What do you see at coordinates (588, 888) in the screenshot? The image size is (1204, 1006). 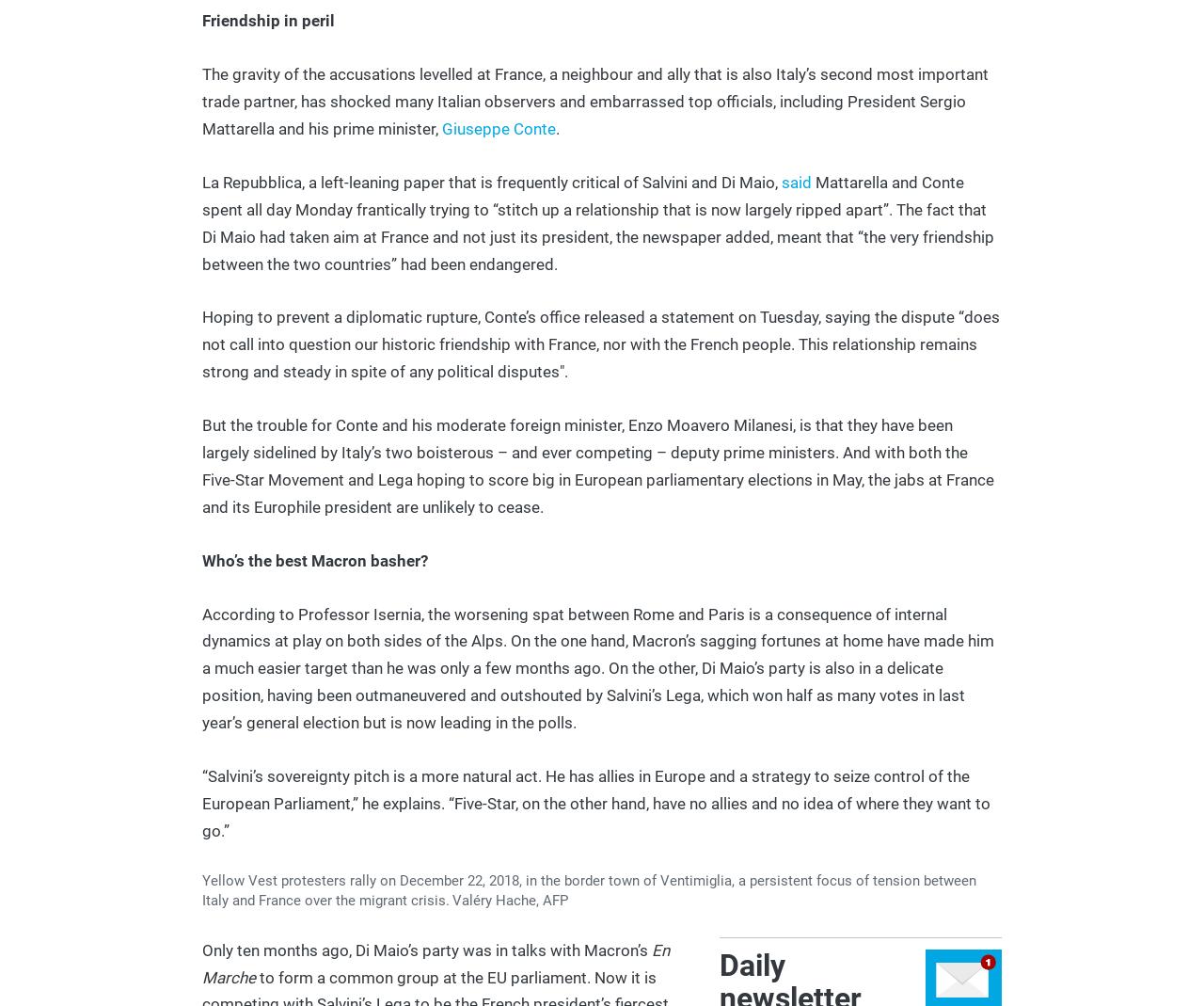 I see `'Yellow Vest protesters rally on December 22, 2018, in the border town of Ventimiglia, a persistent focus of tension between Italy and France over the migrant crisis.'` at bounding box center [588, 888].